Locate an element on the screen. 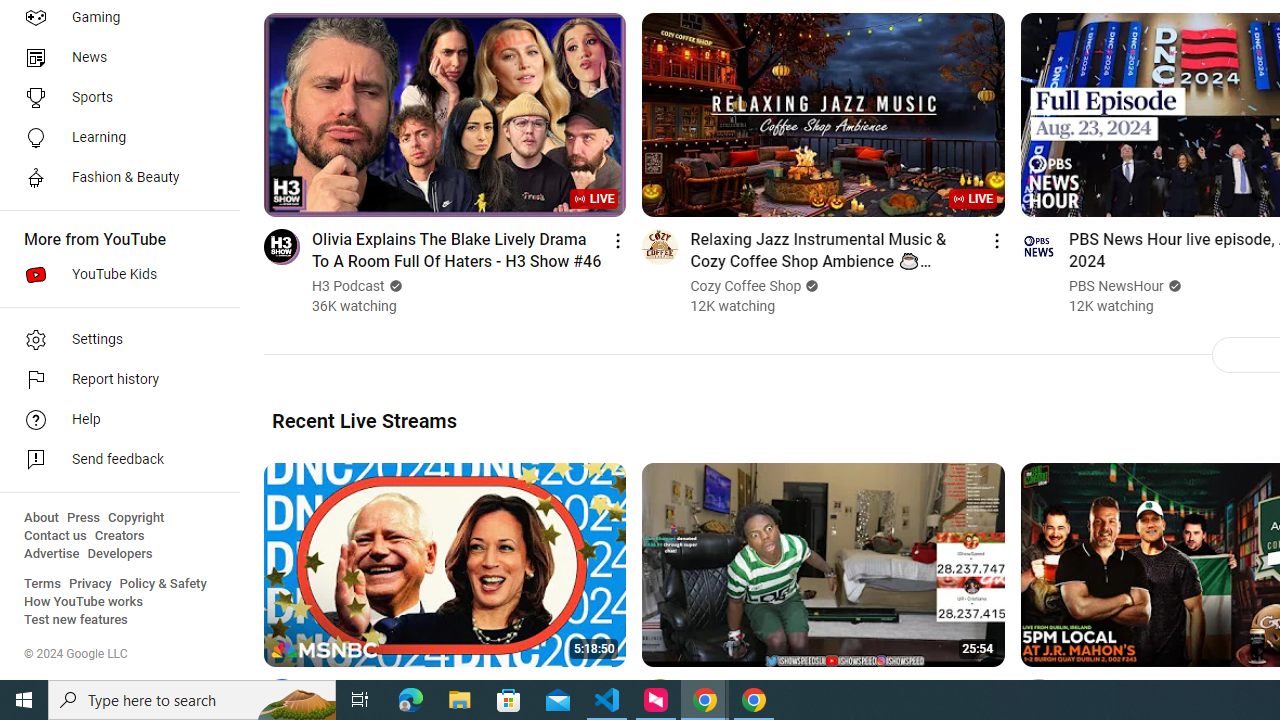 The image size is (1280, 720). 'PBS NewsHour' is located at coordinates (1115, 286).